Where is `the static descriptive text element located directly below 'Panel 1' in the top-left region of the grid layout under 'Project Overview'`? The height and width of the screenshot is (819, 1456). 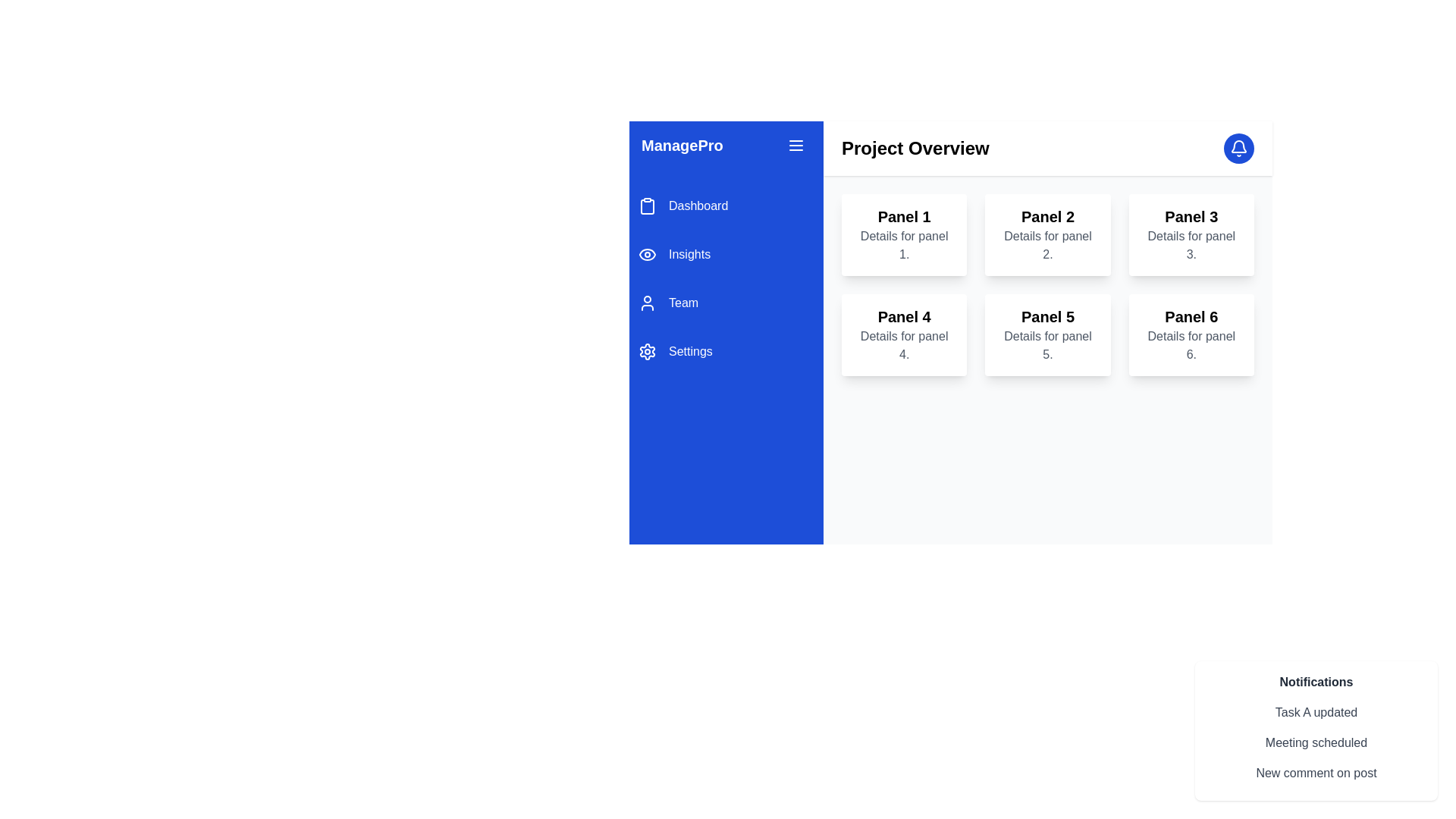 the static descriptive text element located directly below 'Panel 1' in the top-left region of the grid layout under 'Project Overview' is located at coordinates (904, 245).